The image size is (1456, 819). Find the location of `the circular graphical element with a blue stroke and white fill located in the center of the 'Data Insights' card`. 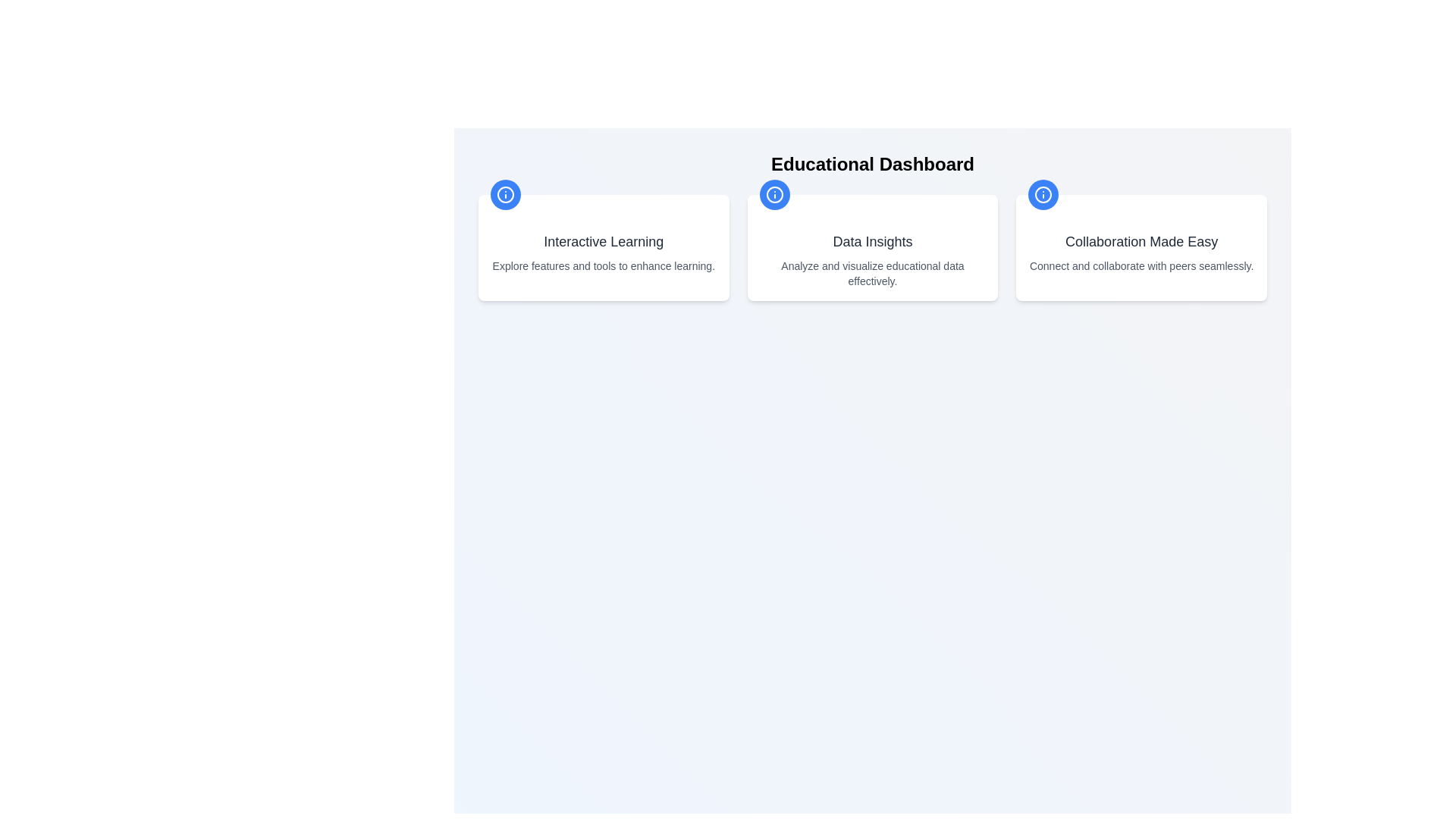

the circular graphical element with a blue stroke and white fill located in the center of the 'Data Insights' card is located at coordinates (774, 194).